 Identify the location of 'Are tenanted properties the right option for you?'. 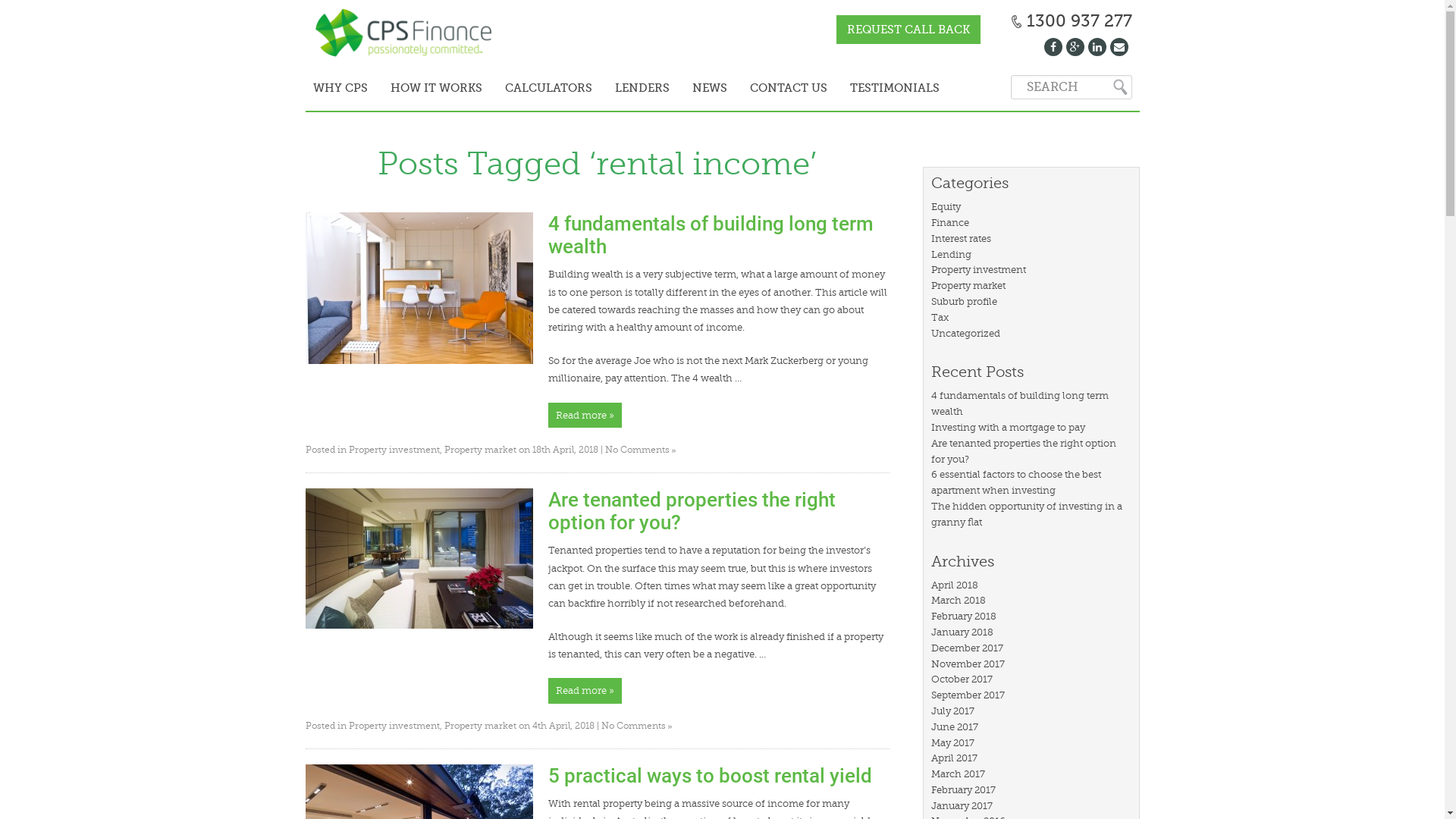
(690, 511).